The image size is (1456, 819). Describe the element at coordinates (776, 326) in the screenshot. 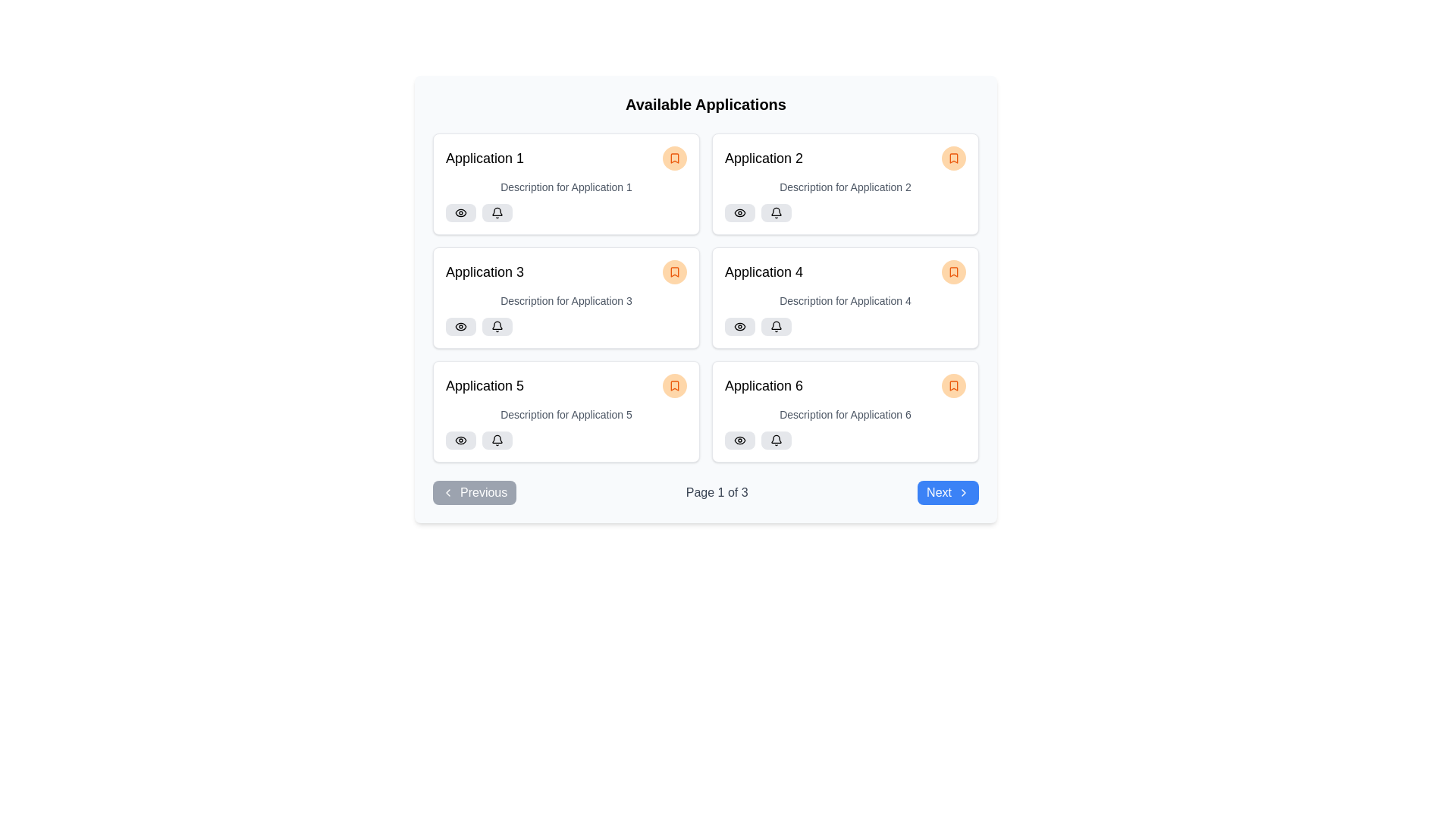

I see `the notification toggle button located in the second row under the 'Application 4' section, which is the second interactive component and positioned to the right of an eye icon` at that location.